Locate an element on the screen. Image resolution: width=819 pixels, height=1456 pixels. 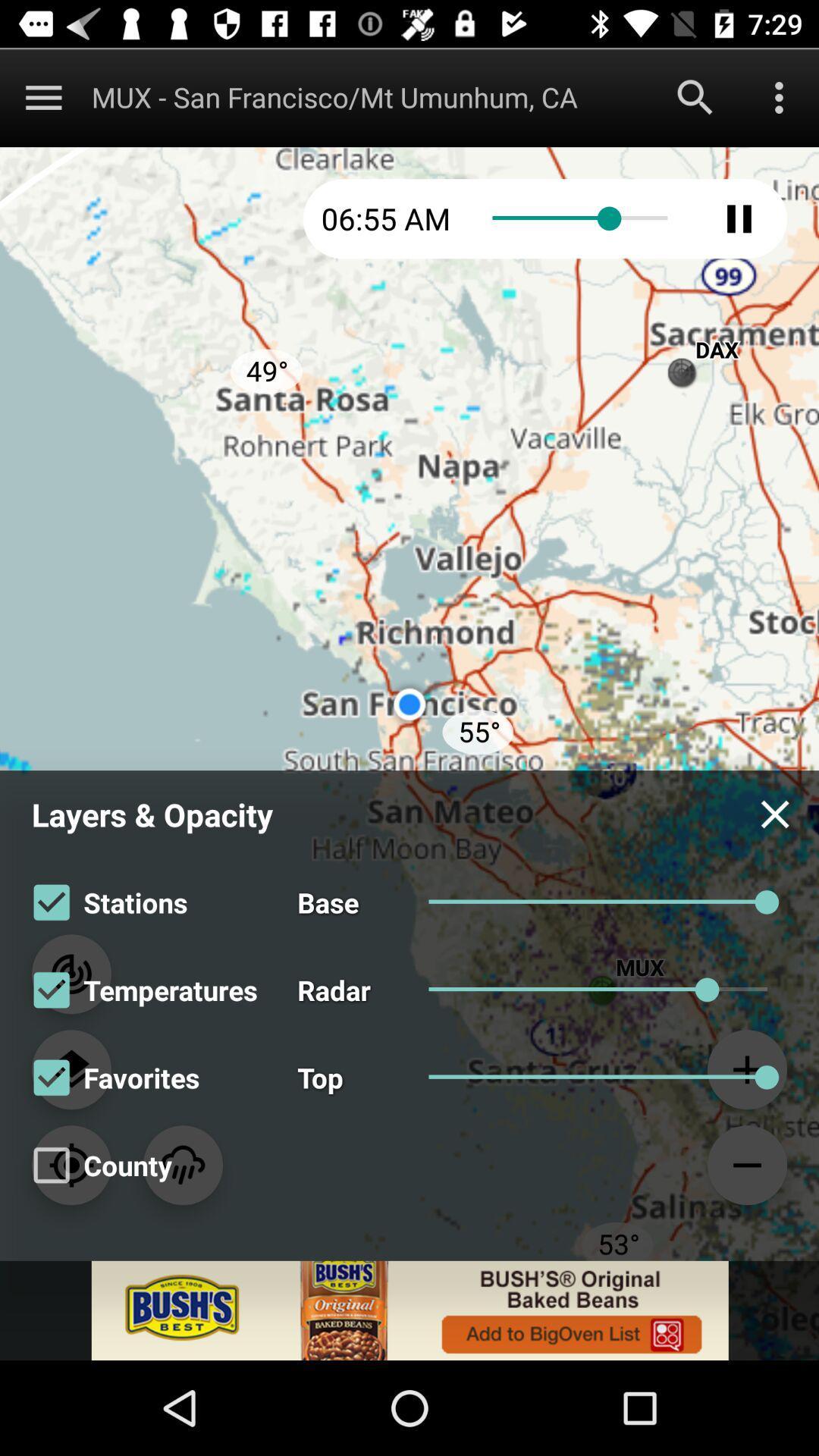
the search icon is located at coordinates (695, 96).